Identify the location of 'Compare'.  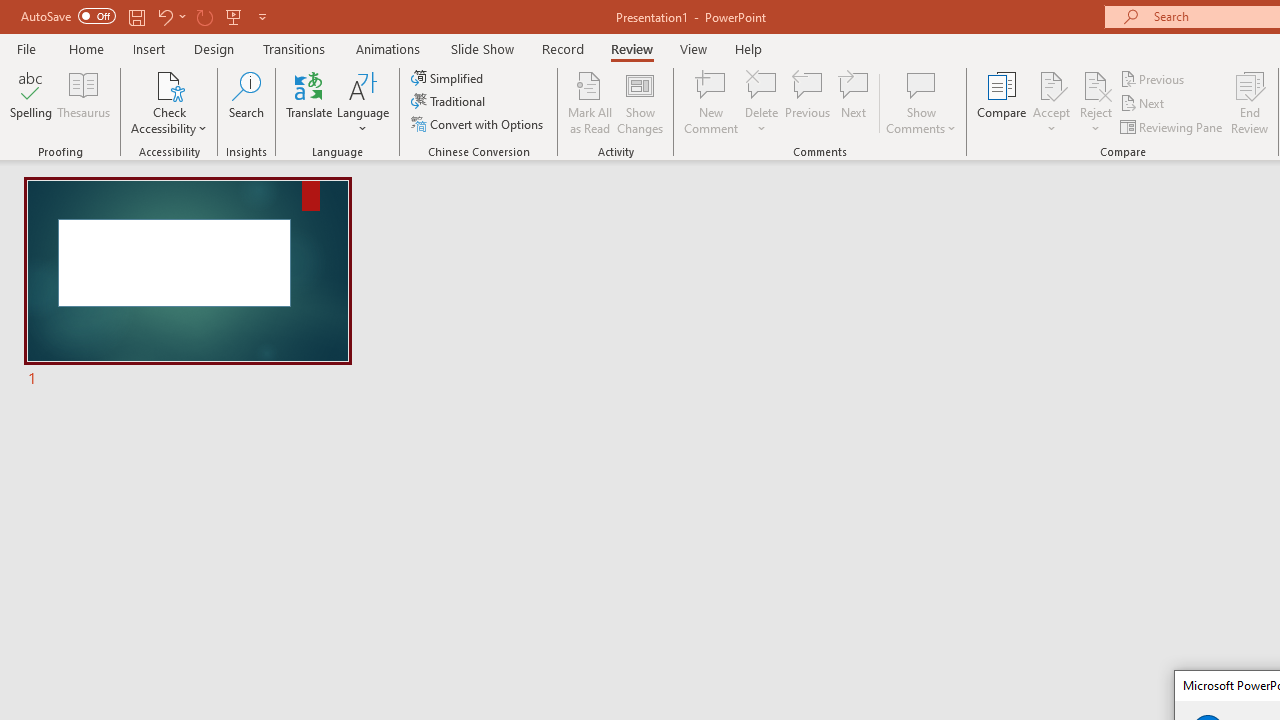
(1002, 103).